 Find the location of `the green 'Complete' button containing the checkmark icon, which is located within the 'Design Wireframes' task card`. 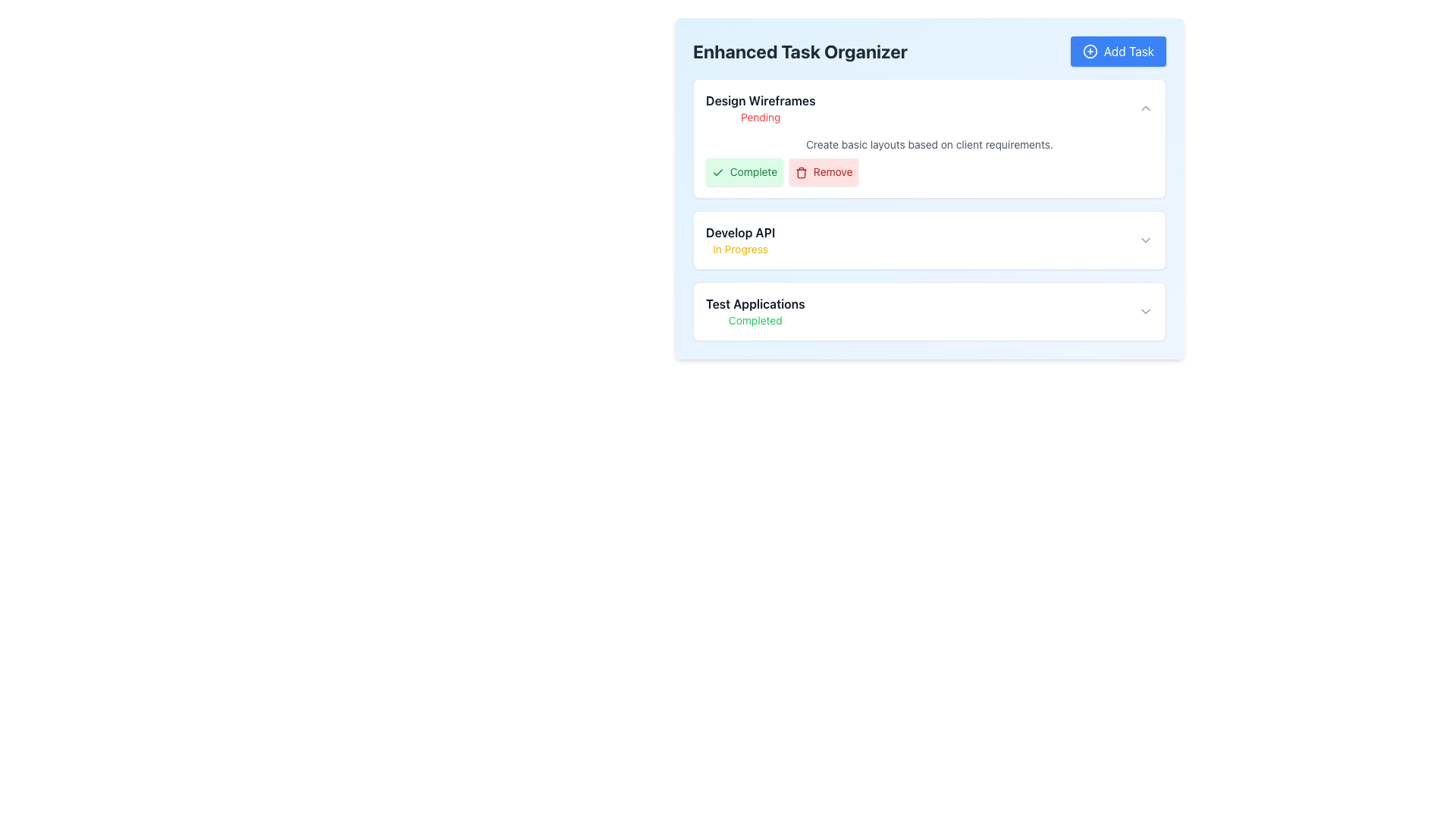

the green 'Complete' button containing the checkmark icon, which is located within the 'Design Wireframes' task card is located at coordinates (717, 171).